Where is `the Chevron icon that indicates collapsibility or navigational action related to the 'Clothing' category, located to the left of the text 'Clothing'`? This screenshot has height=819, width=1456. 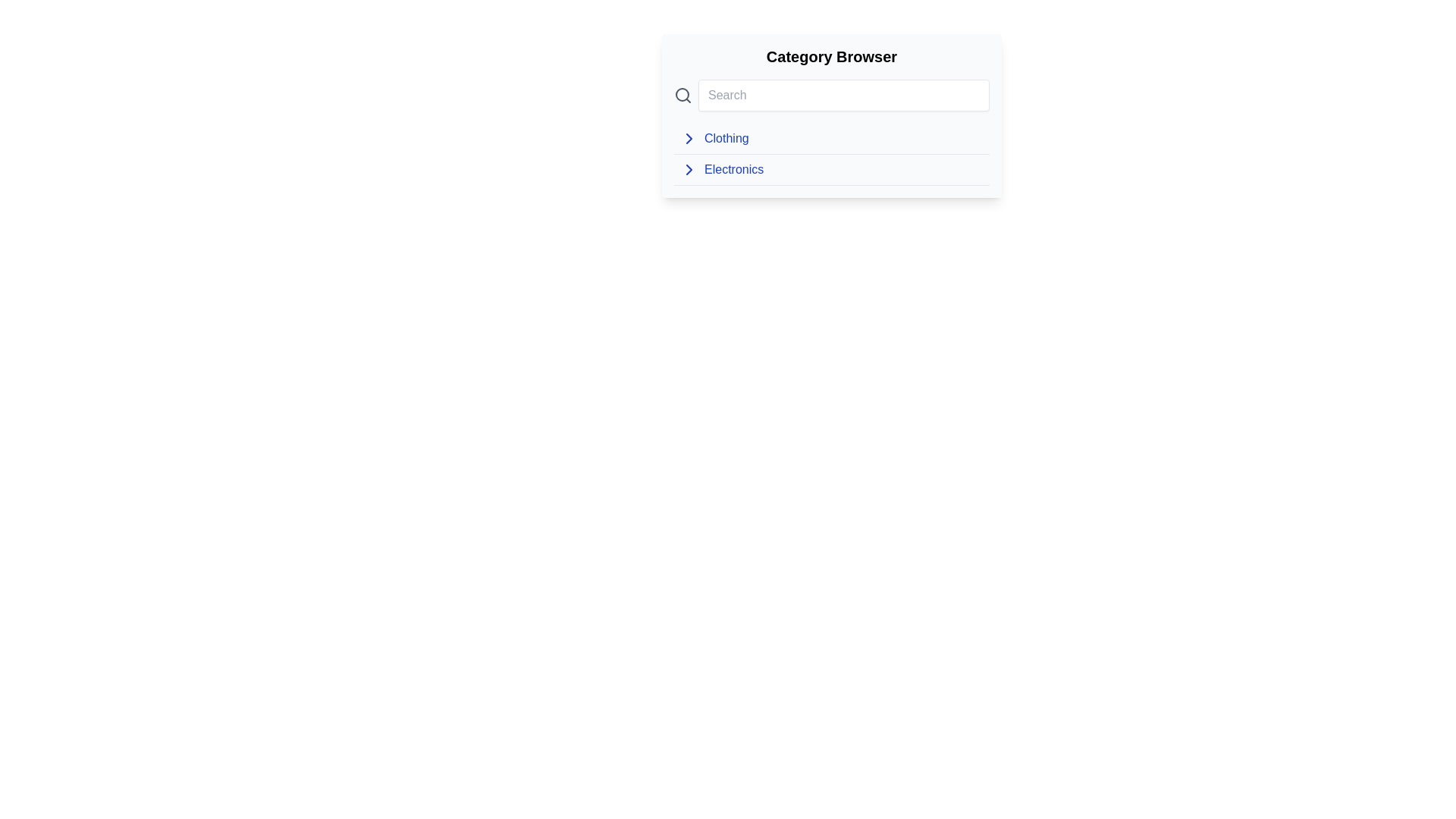 the Chevron icon that indicates collapsibility or navigational action related to the 'Clothing' category, located to the left of the text 'Clothing' is located at coordinates (688, 138).